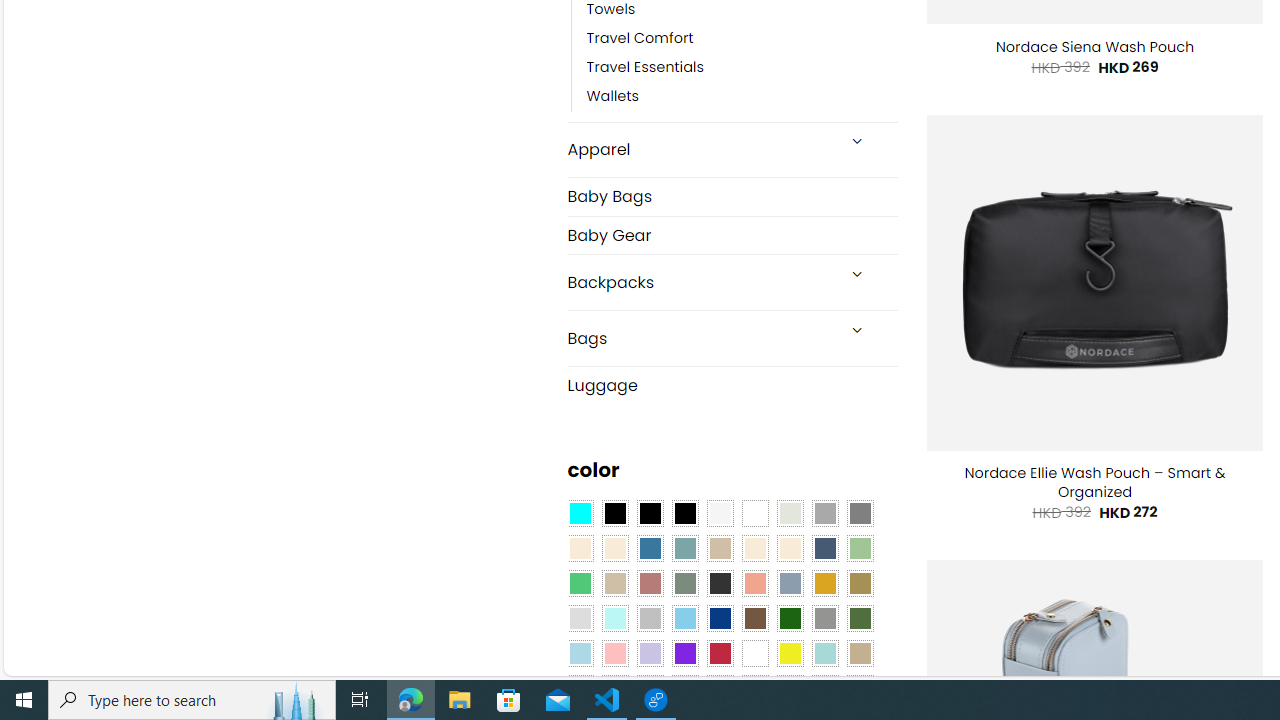  I want to click on 'Yellow', so click(788, 653).